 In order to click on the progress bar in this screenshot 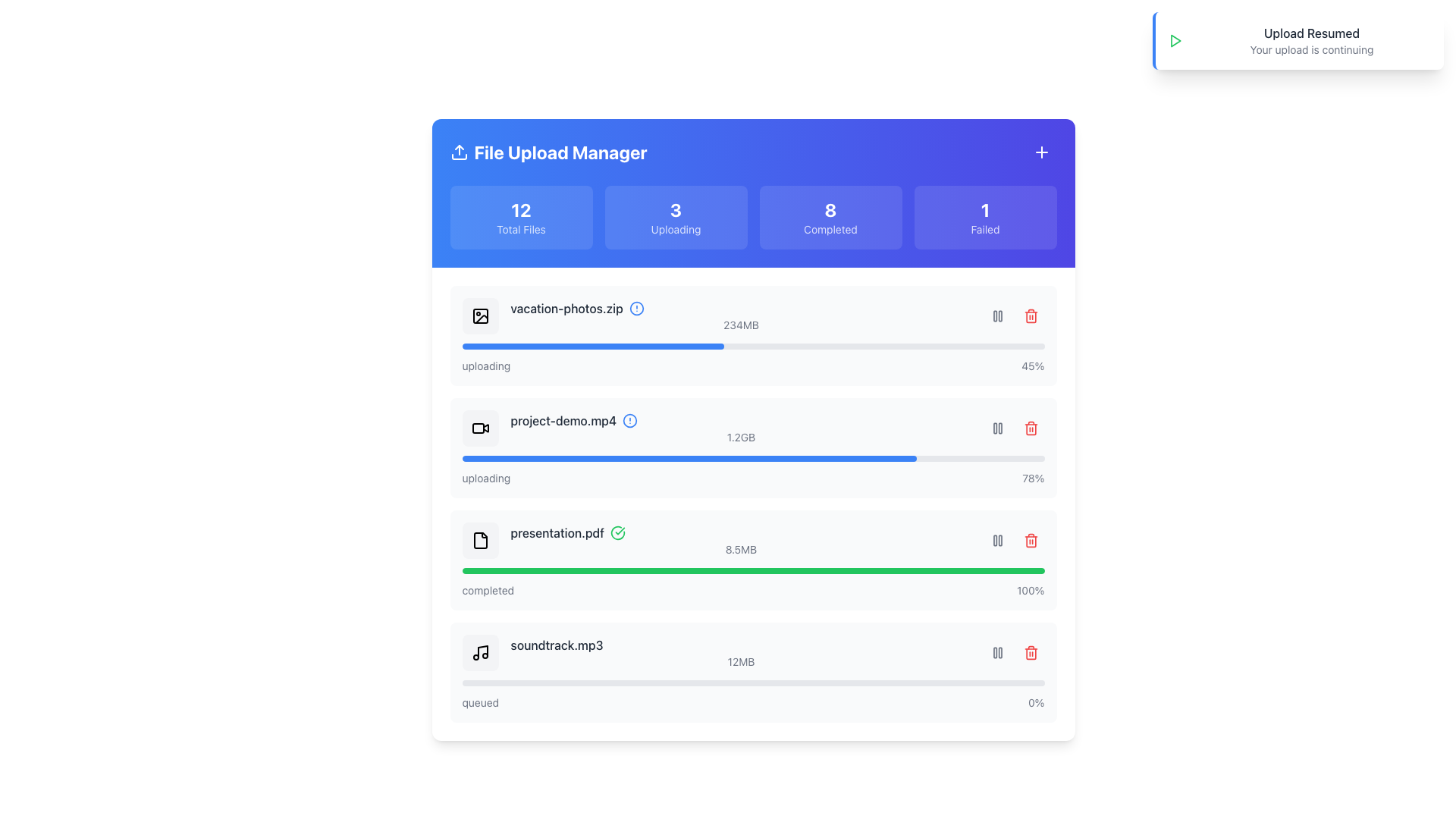, I will do `click(689, 346)`.